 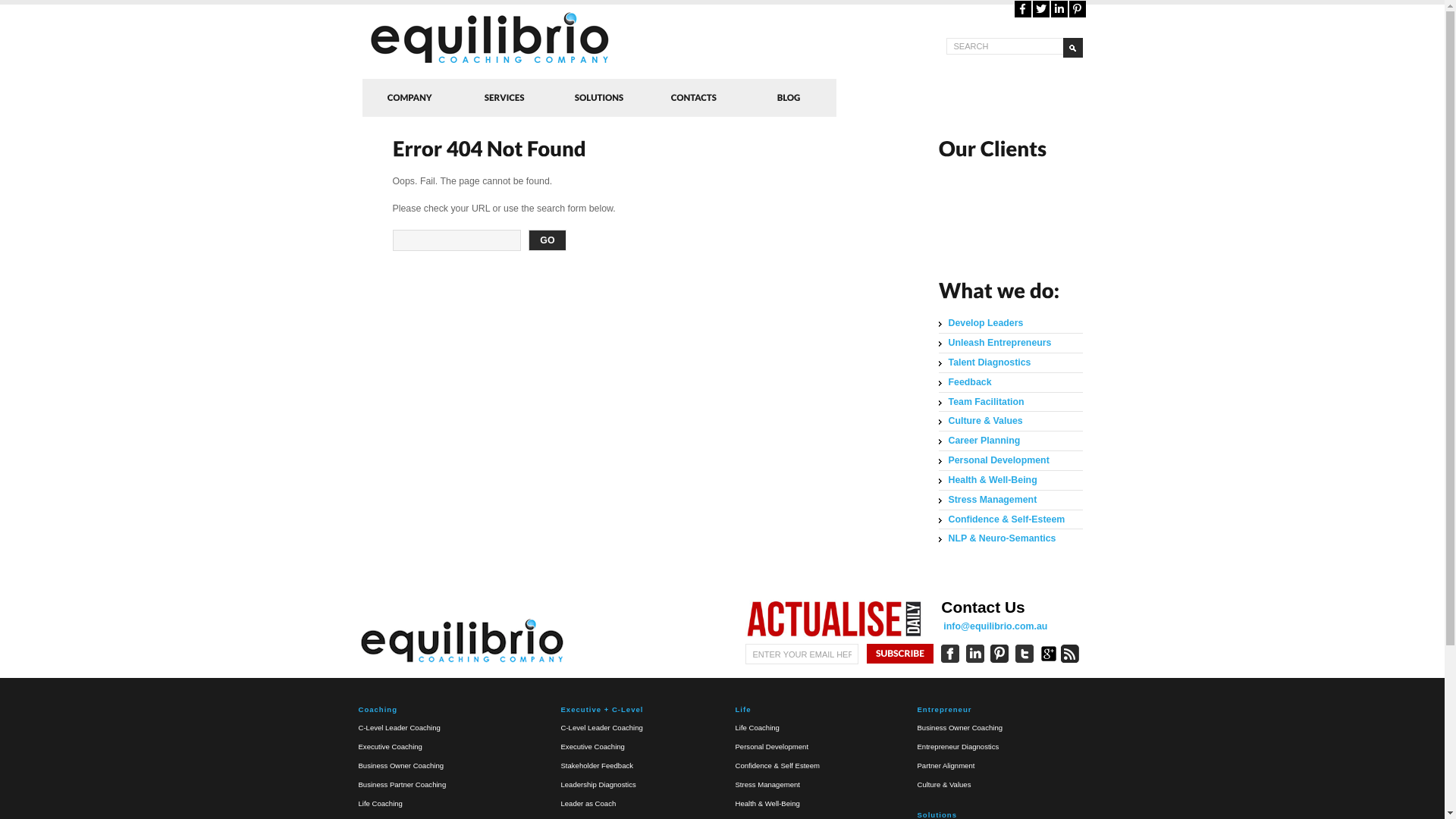 What do you see at coordinates (983, 322) in the screenshot?
I see `'Develop Leaders'` at bounding box center [983, 322].